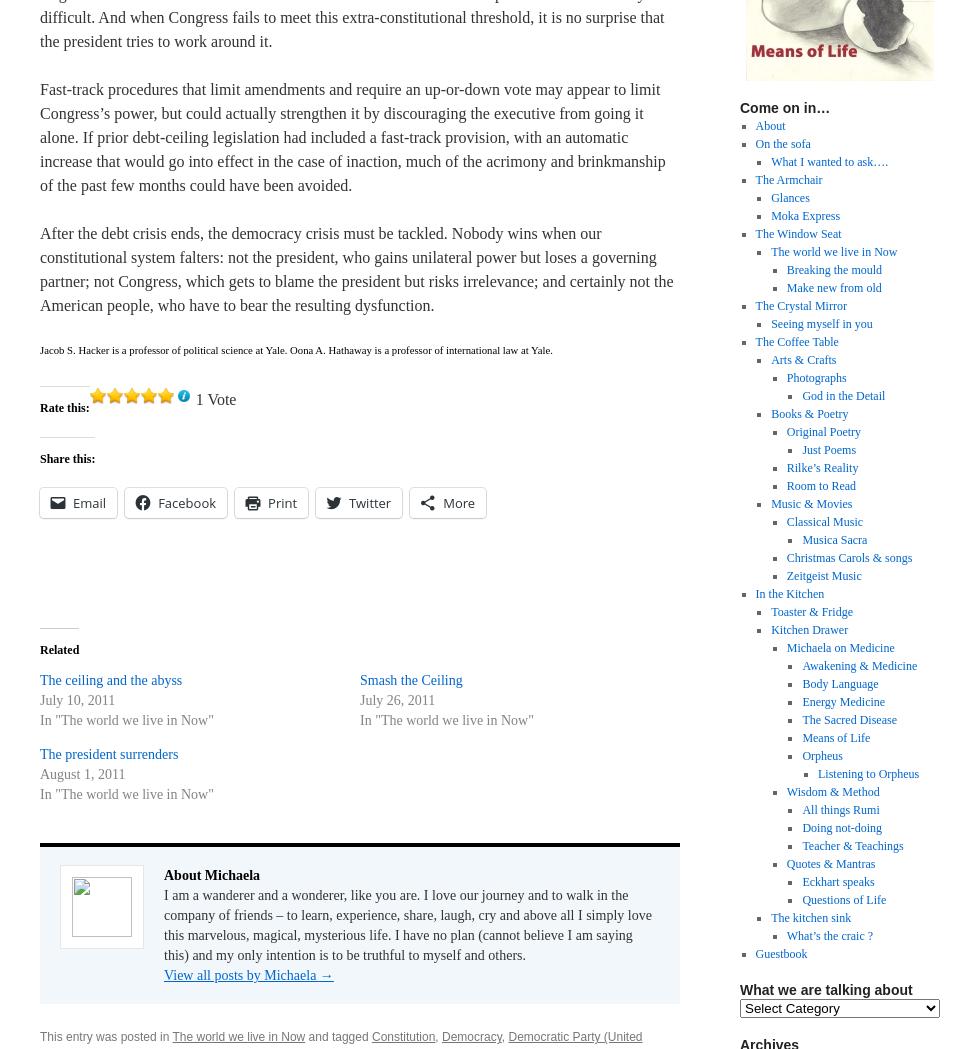  Describe the element at coordinates (802, 665) in the screenshot. I see `'Awakening & Medicine'` at that location.